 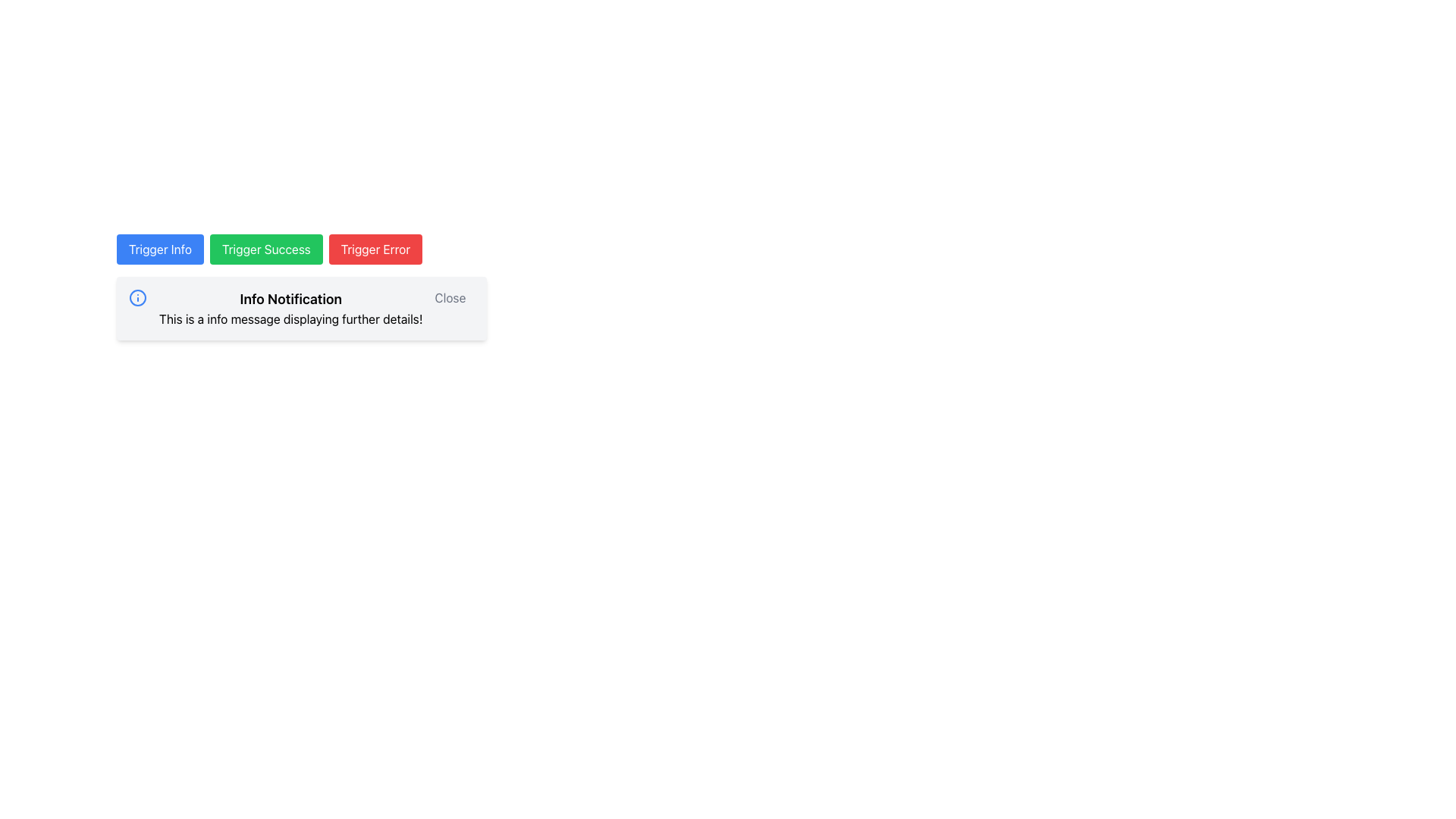 What do you see at coordinates (375, 248) in the screenshot?
I see `the error-triggering button located in the upper central portion of the interface, which is the third button in a horizontal row next to the 'Trigger Info' and 'Trigger Success' buttons` at bounding box center [375, 248].